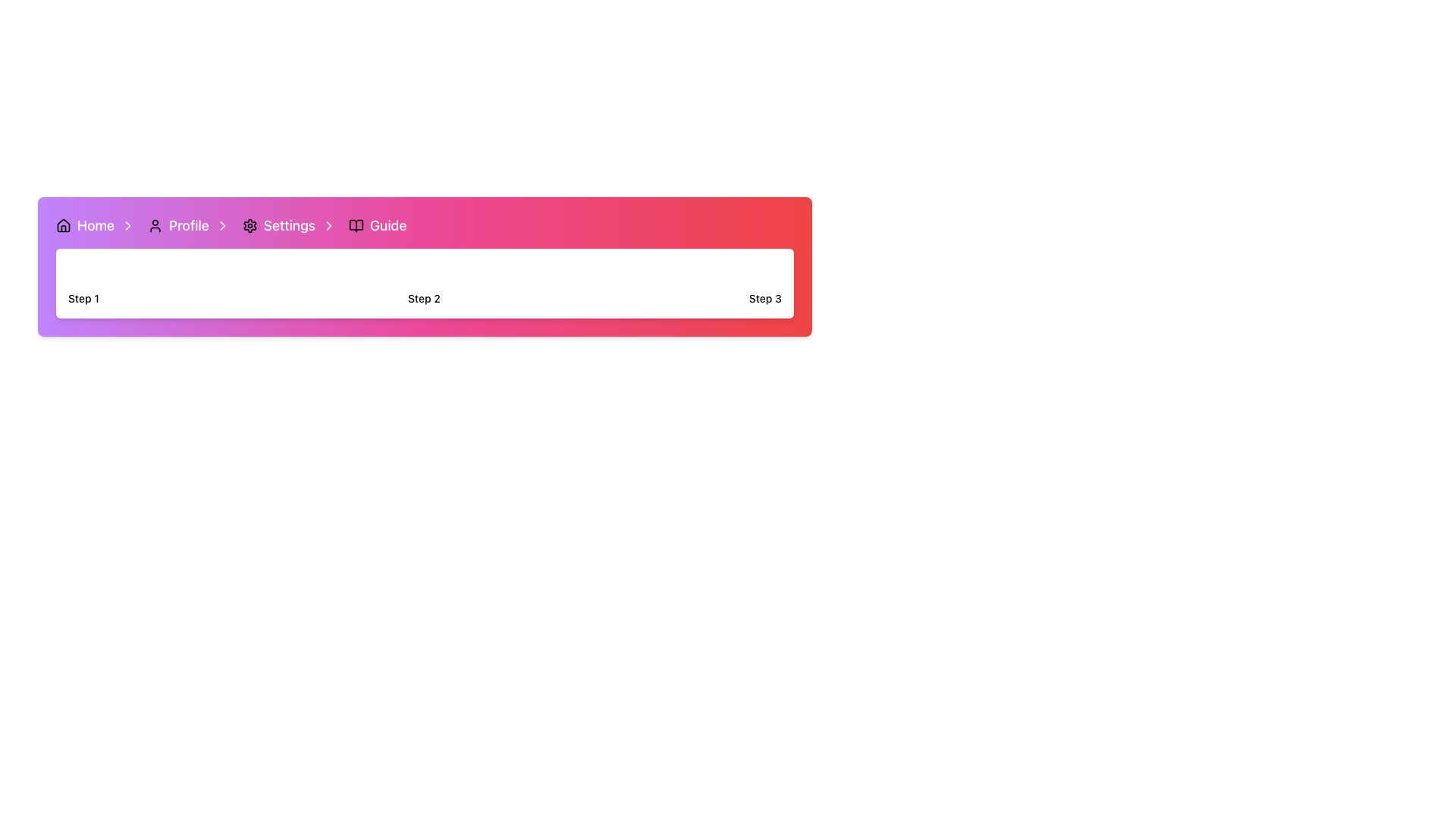 The height and width of the screenshot is (819, 1456). What do you see at coordinates (95, 225) in the screenshot?
I see `the 'Home' text label in the breadcrumb navigation interface, located in the top-left section of the navigation bar` at bounding box center [95, 225].